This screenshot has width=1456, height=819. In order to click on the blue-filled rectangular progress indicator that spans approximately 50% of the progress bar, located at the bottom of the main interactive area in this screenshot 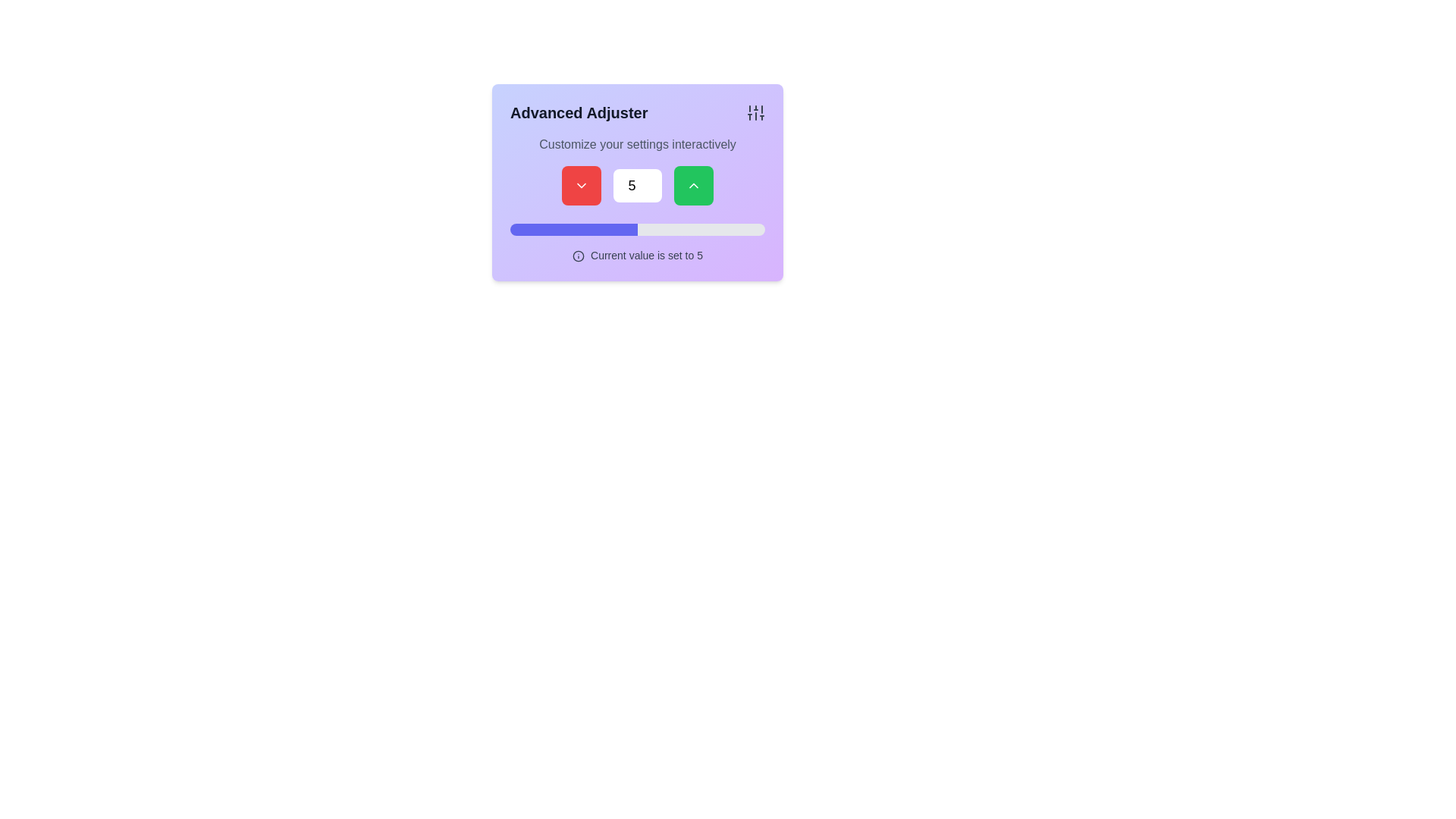, I will do `click(573, 230)`.